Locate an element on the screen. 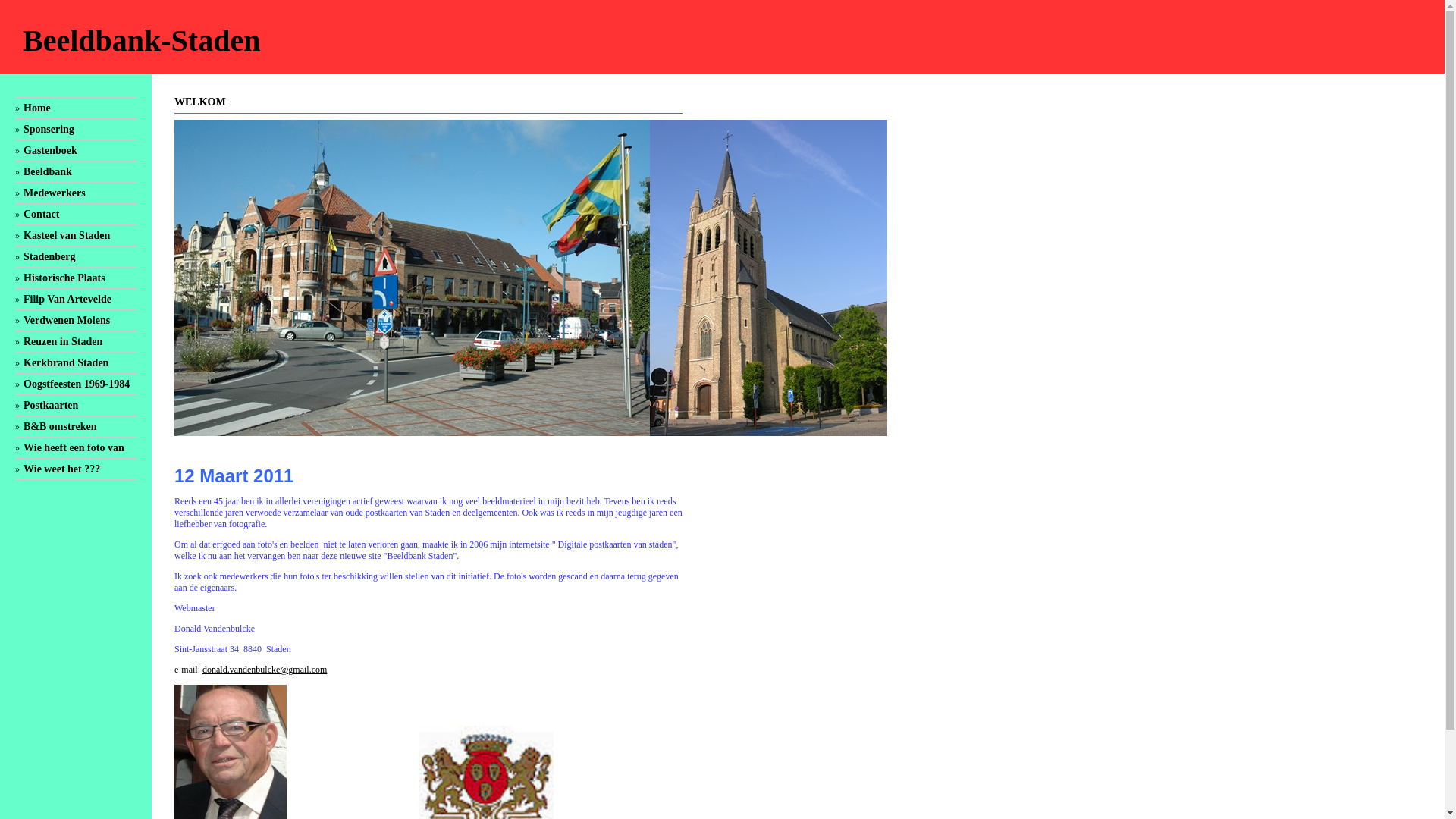  'Stadenberg' is located at coordinates (49, 256).